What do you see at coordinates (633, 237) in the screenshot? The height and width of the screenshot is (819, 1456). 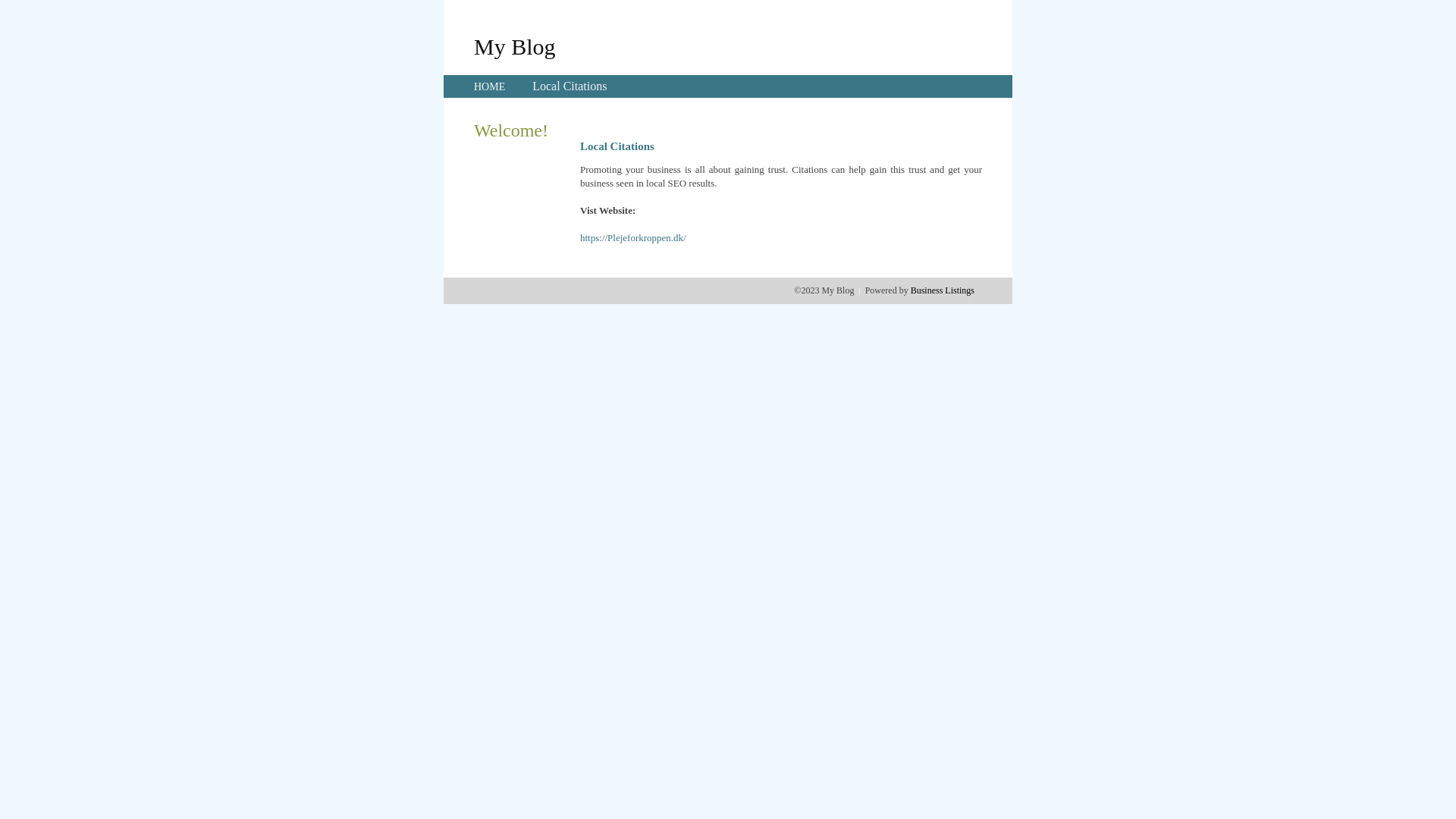 I see `'https://Plejeforkroppen.dk/'` at bounding box center [633, 237].